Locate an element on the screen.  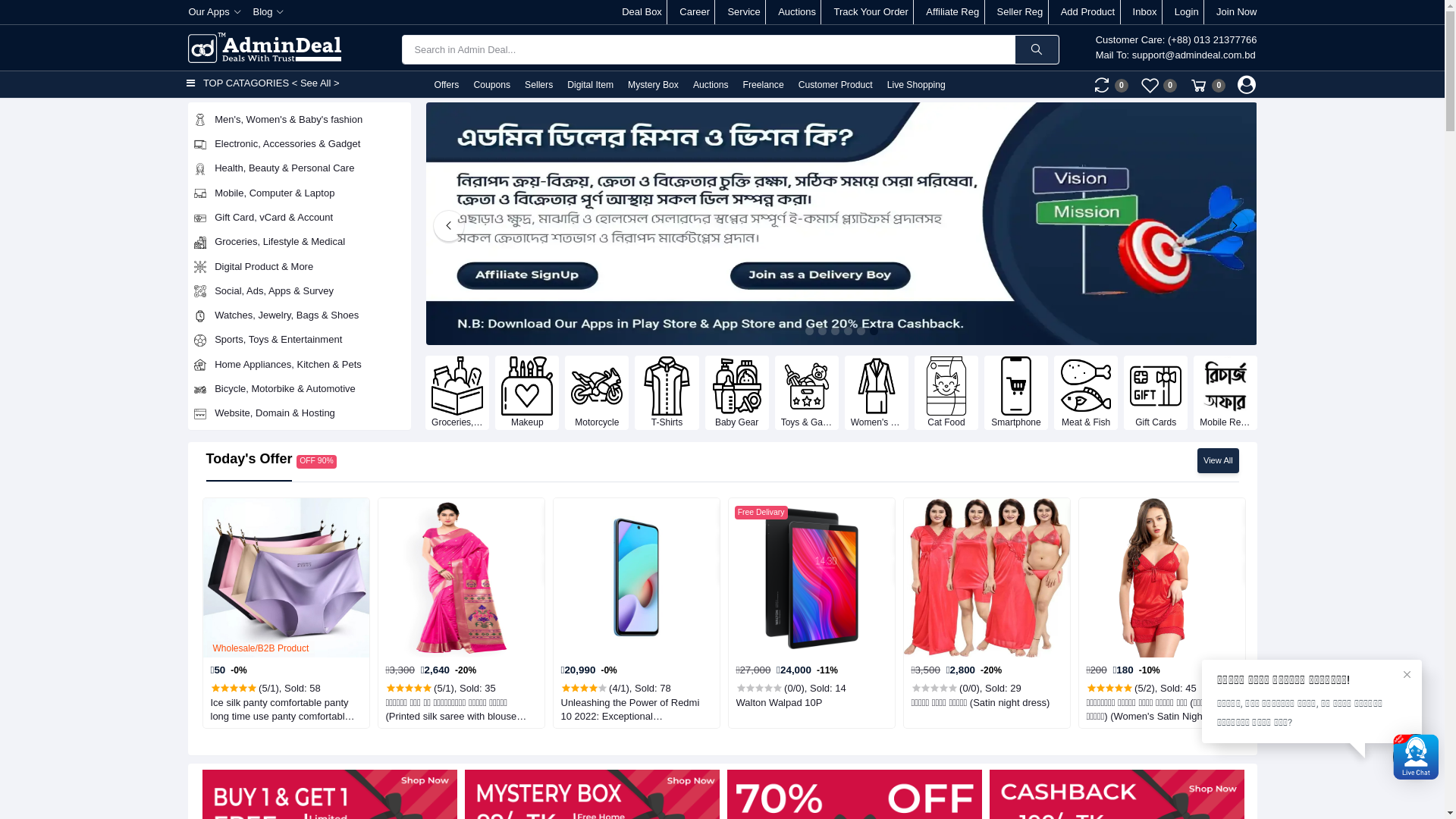
'Inbox' is located at coordinates (1132, 11).